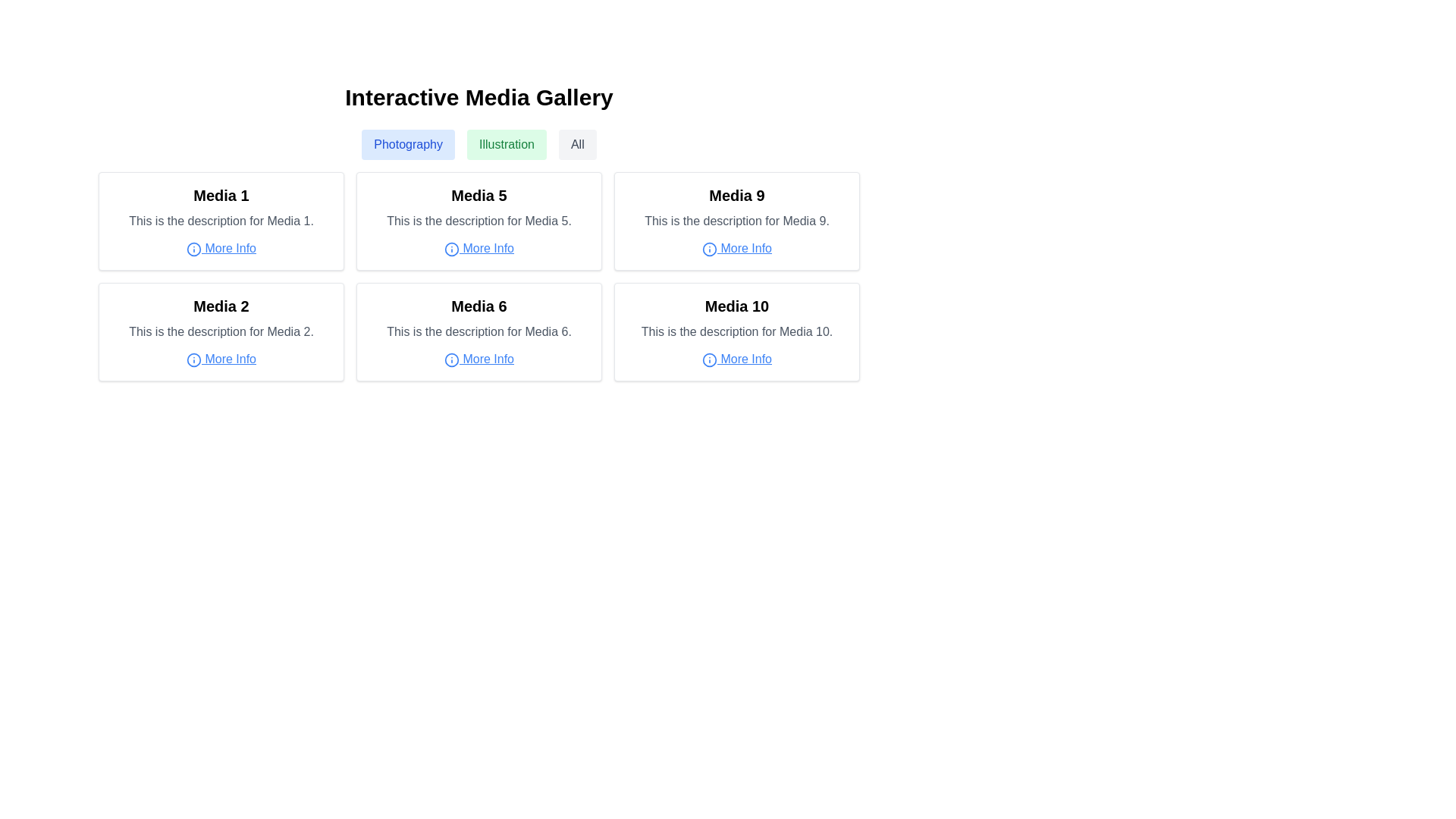 This screenshot has width=1456, height=819. I want to click on the 'All' button with gray text on a white background located below the title 'Interactive Media Gallery', so click(576, 145).